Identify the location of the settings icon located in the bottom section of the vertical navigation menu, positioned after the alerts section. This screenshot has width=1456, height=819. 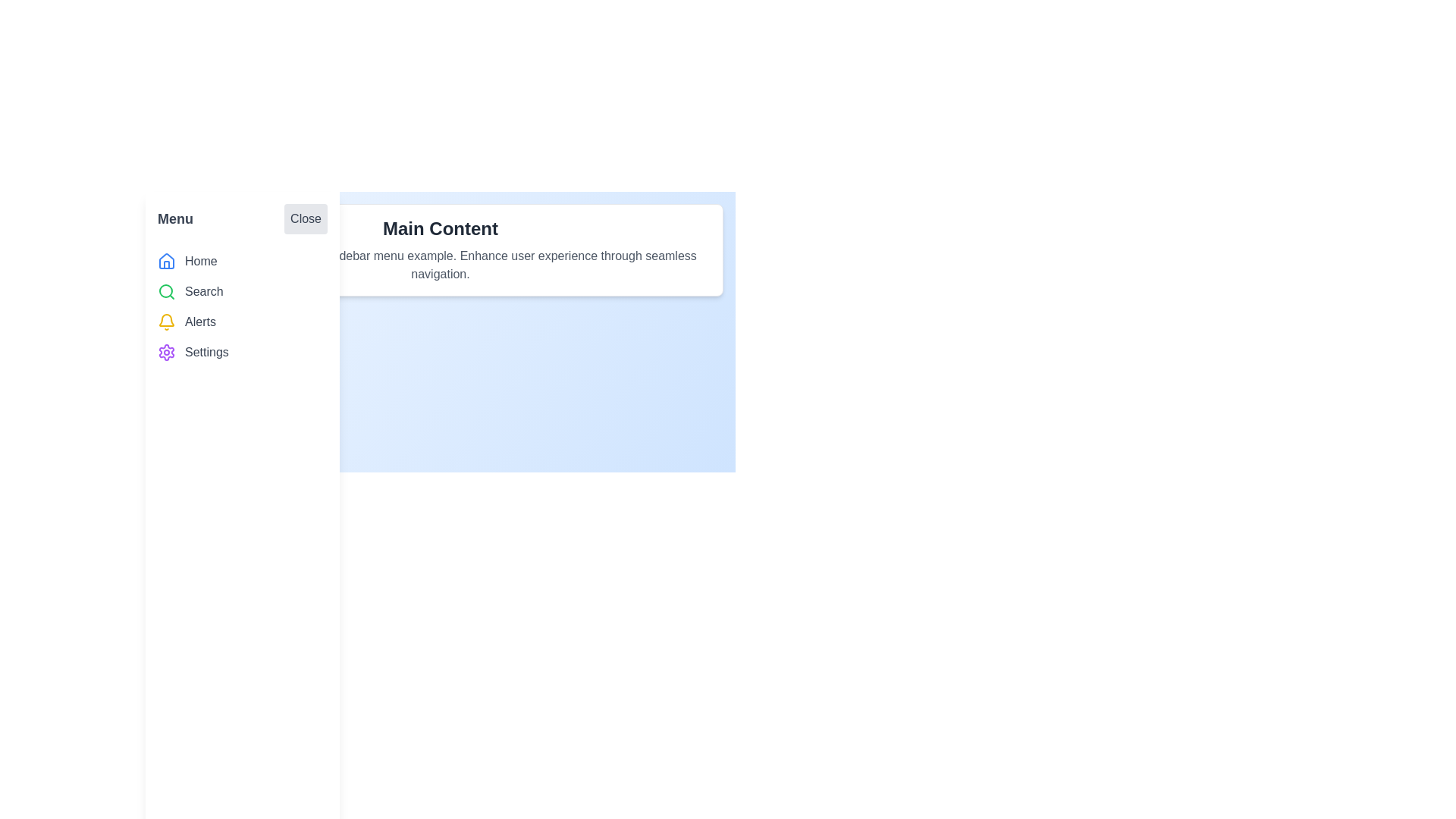
(167, 353).